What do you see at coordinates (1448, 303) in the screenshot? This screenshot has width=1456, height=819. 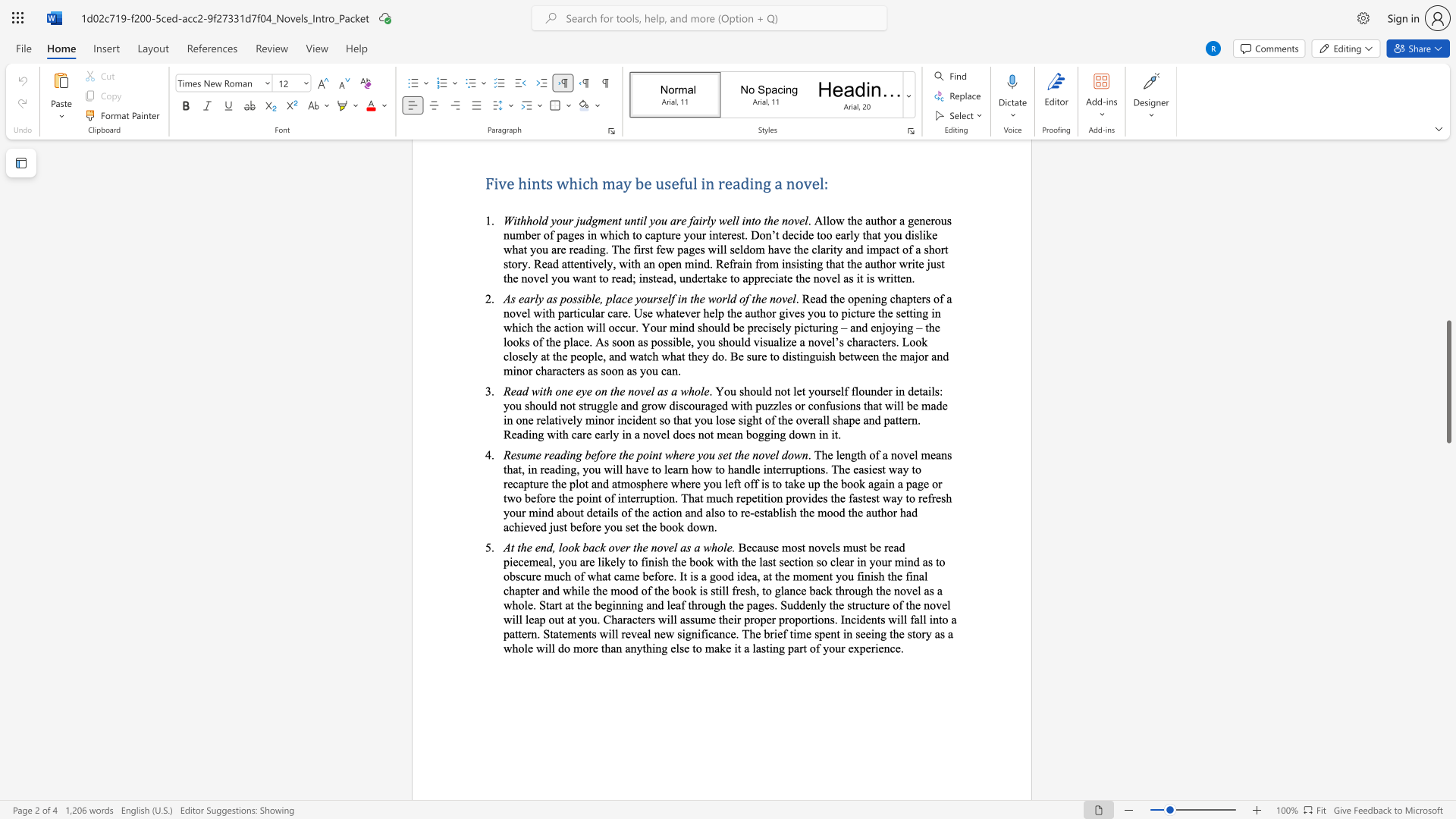 I see `the scrollbar to move the page up` at bounding box center [1448, 303].